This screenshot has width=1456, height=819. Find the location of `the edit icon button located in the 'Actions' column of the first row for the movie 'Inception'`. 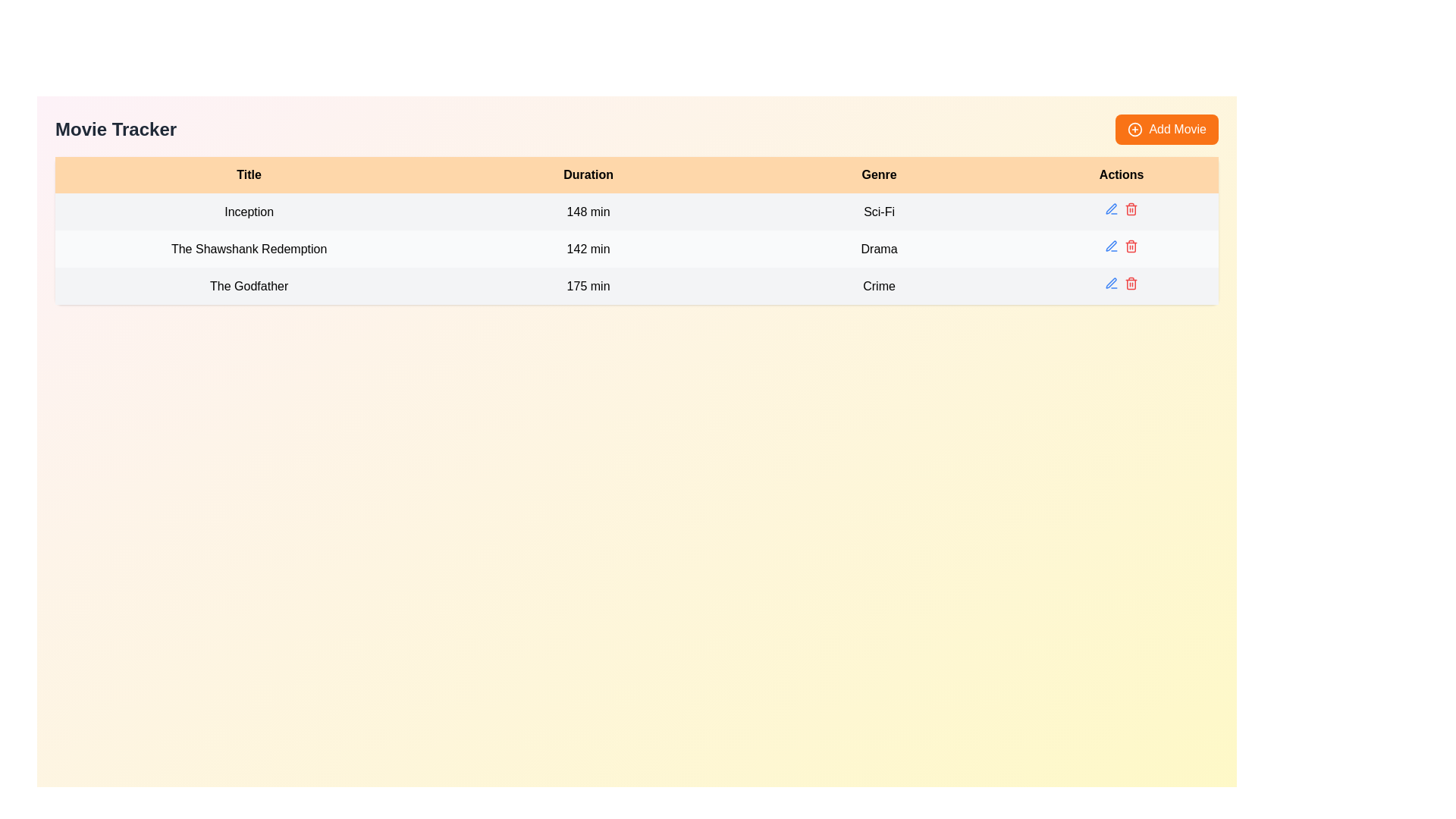

the edit icon button located in the 'Actions' column of the first row for the movie 'Inception' is located at coordinates (1112, 209).